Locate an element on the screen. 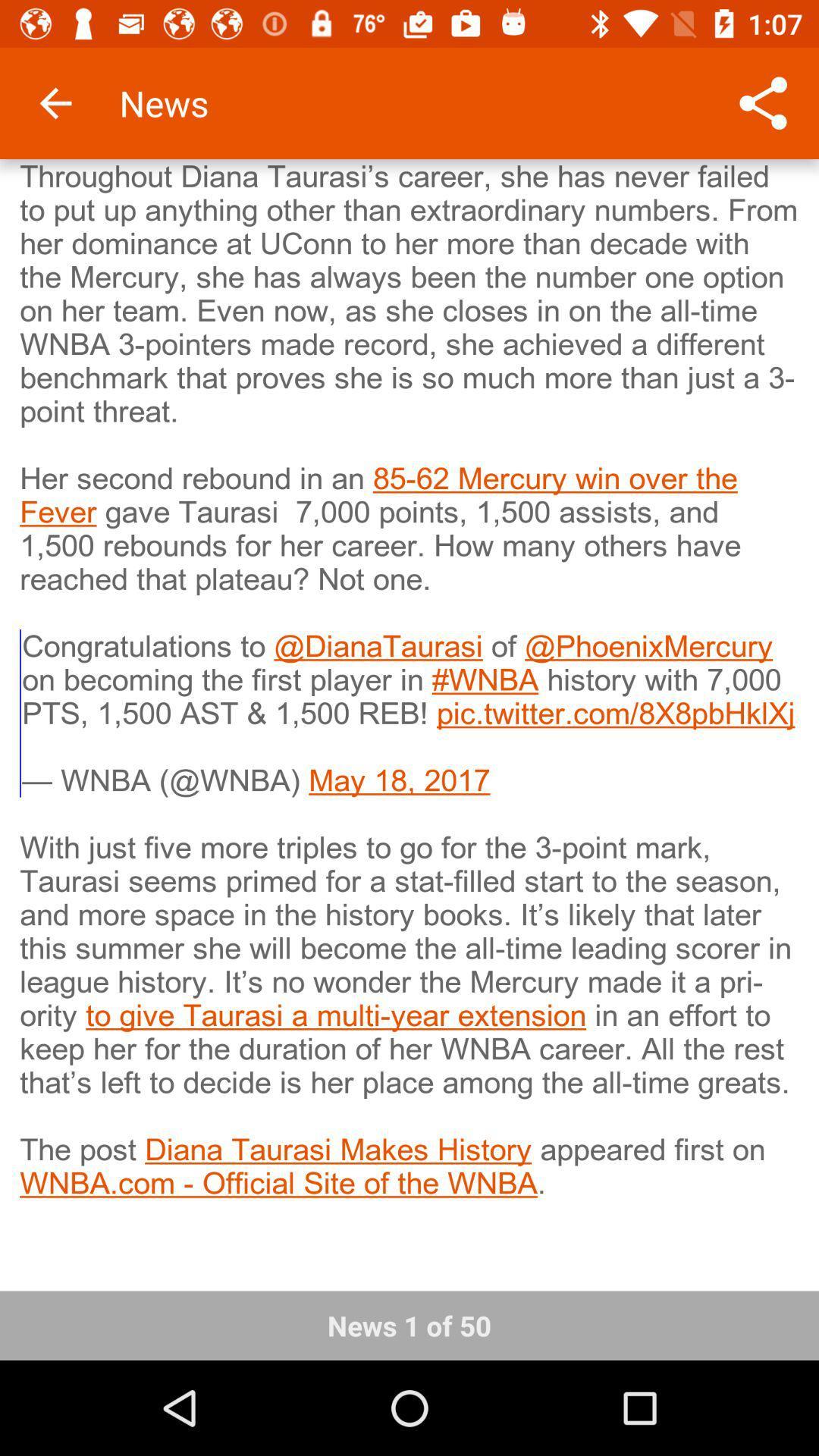 This screenshot has height=1456, width=819. the icon above the throughout diana taurasi is located at coordinates (55, 102).